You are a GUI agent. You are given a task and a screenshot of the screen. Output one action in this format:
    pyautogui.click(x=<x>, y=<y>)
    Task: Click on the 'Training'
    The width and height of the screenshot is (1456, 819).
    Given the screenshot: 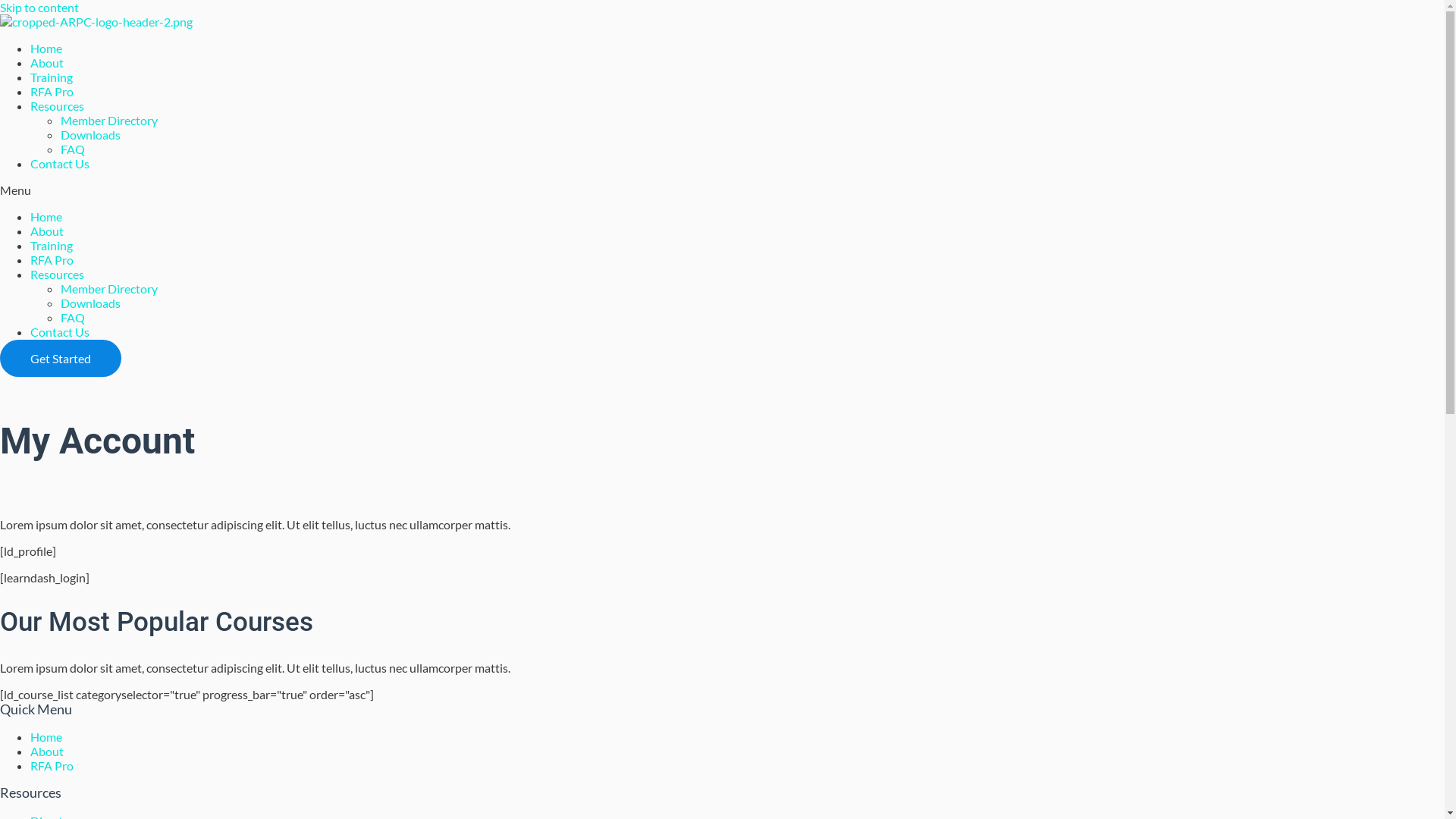 What is the action you would take?
    pyautogui.click(x=51, y=244)
    